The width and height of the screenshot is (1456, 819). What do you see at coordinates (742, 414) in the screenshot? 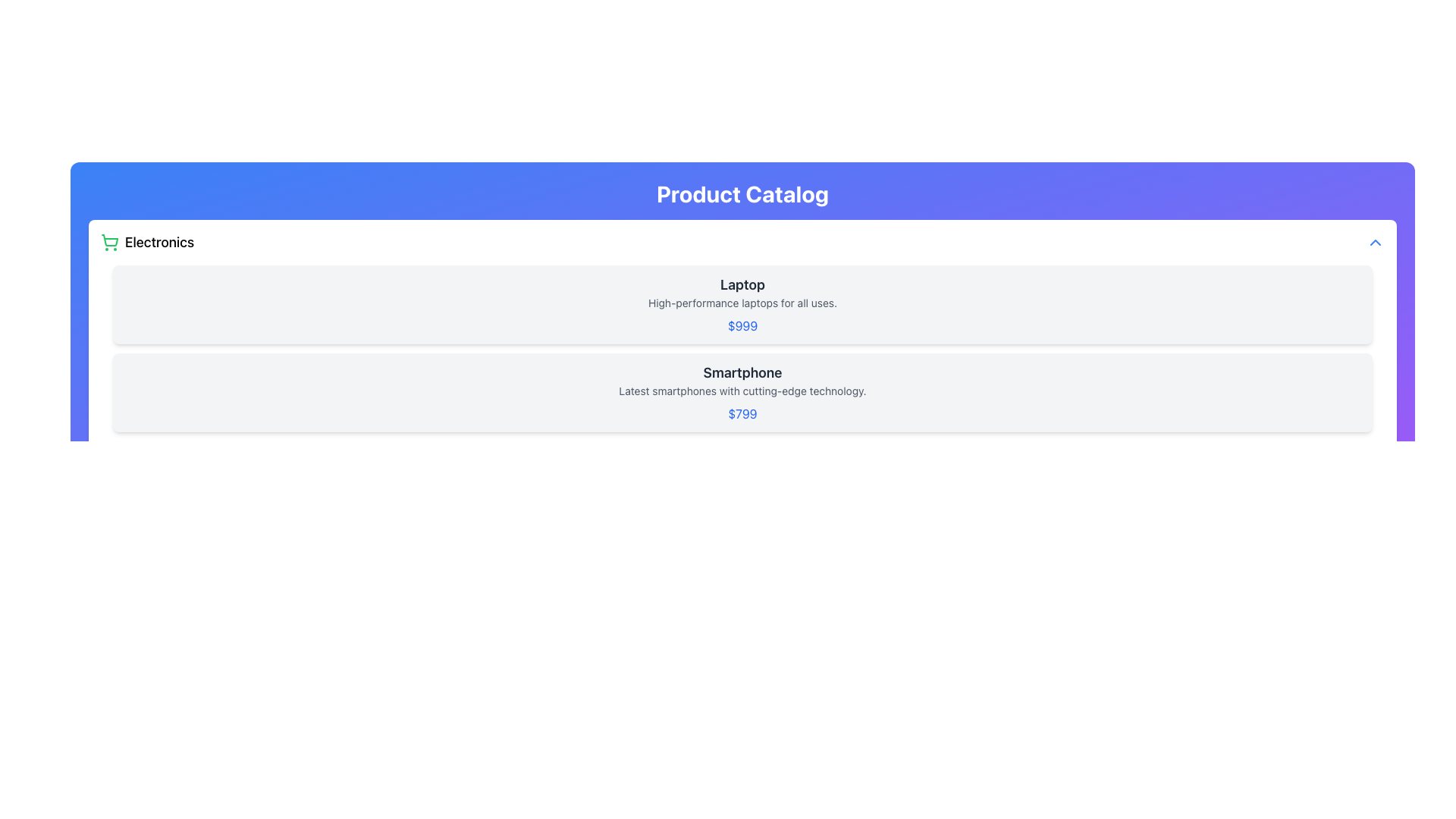
I see `the pricing text for the product 'Smartphone'` at bounding box center [742, 414].